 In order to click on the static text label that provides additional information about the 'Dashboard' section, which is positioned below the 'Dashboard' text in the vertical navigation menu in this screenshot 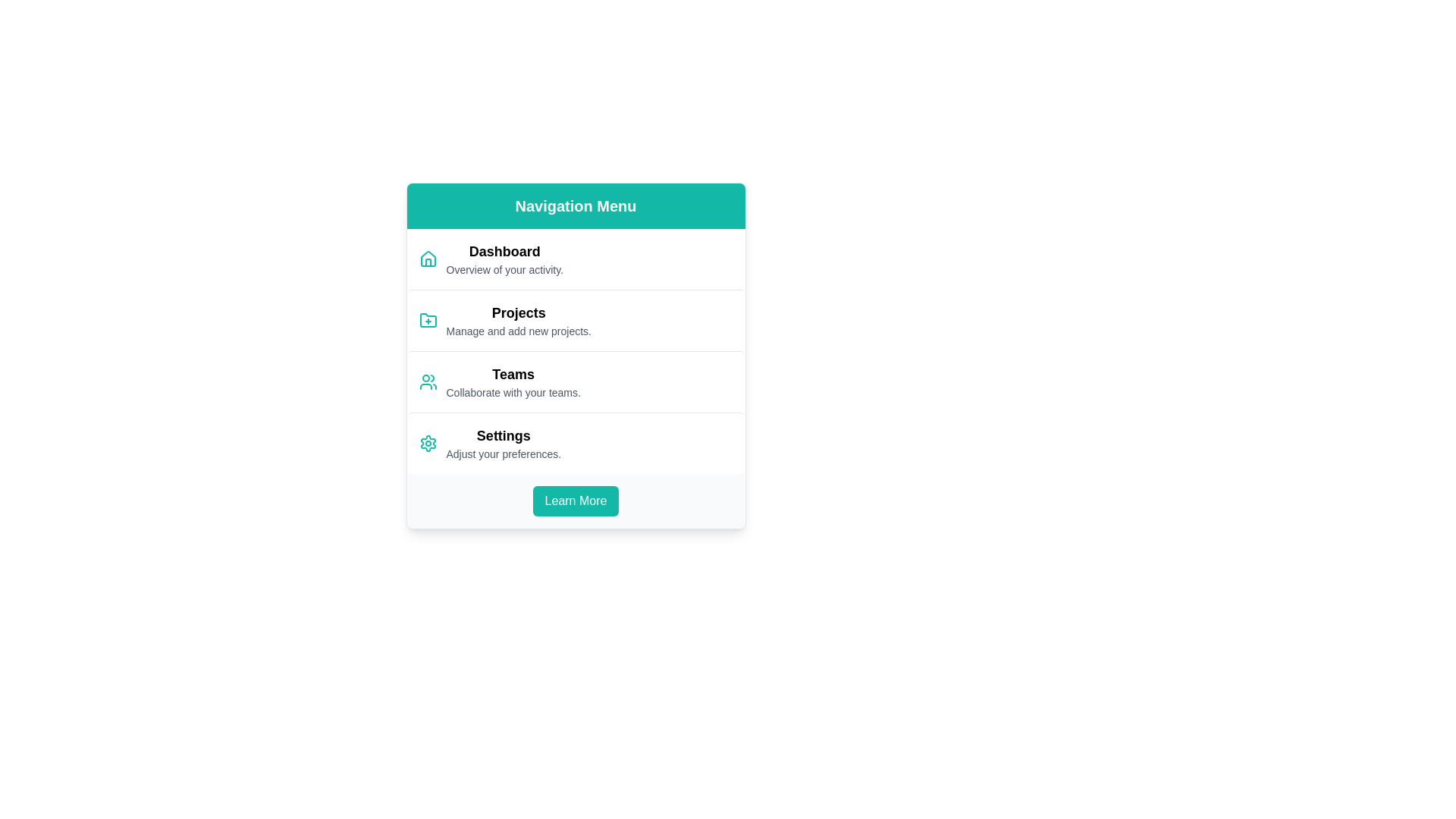, I will do `click(504, 268)`.